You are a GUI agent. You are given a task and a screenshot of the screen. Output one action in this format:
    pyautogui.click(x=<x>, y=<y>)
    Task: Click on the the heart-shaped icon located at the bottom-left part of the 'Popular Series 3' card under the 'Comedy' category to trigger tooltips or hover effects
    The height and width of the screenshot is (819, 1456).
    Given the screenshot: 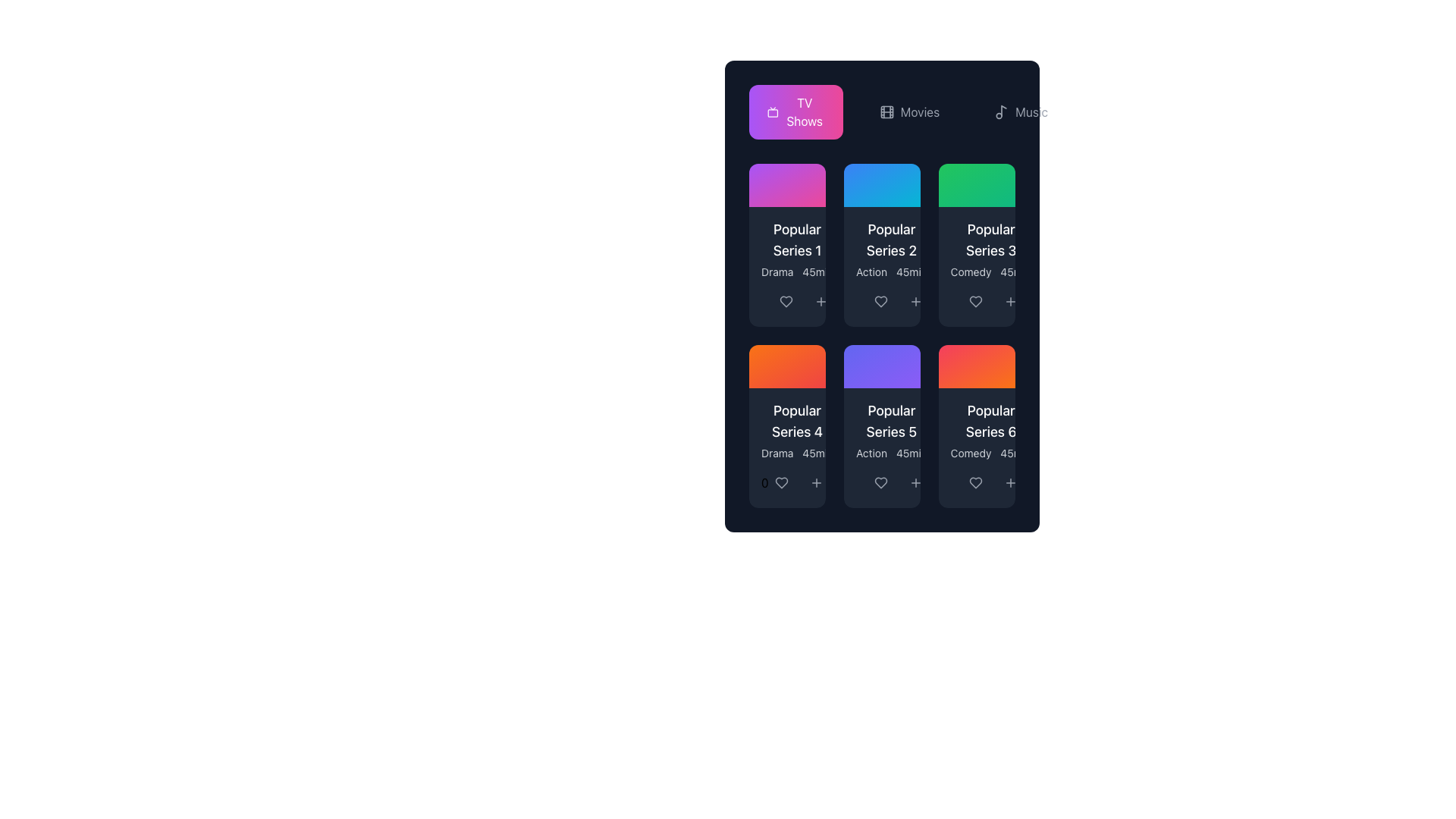 What is the action you would take?
    pyautogui.click(x=975, y=301)
    